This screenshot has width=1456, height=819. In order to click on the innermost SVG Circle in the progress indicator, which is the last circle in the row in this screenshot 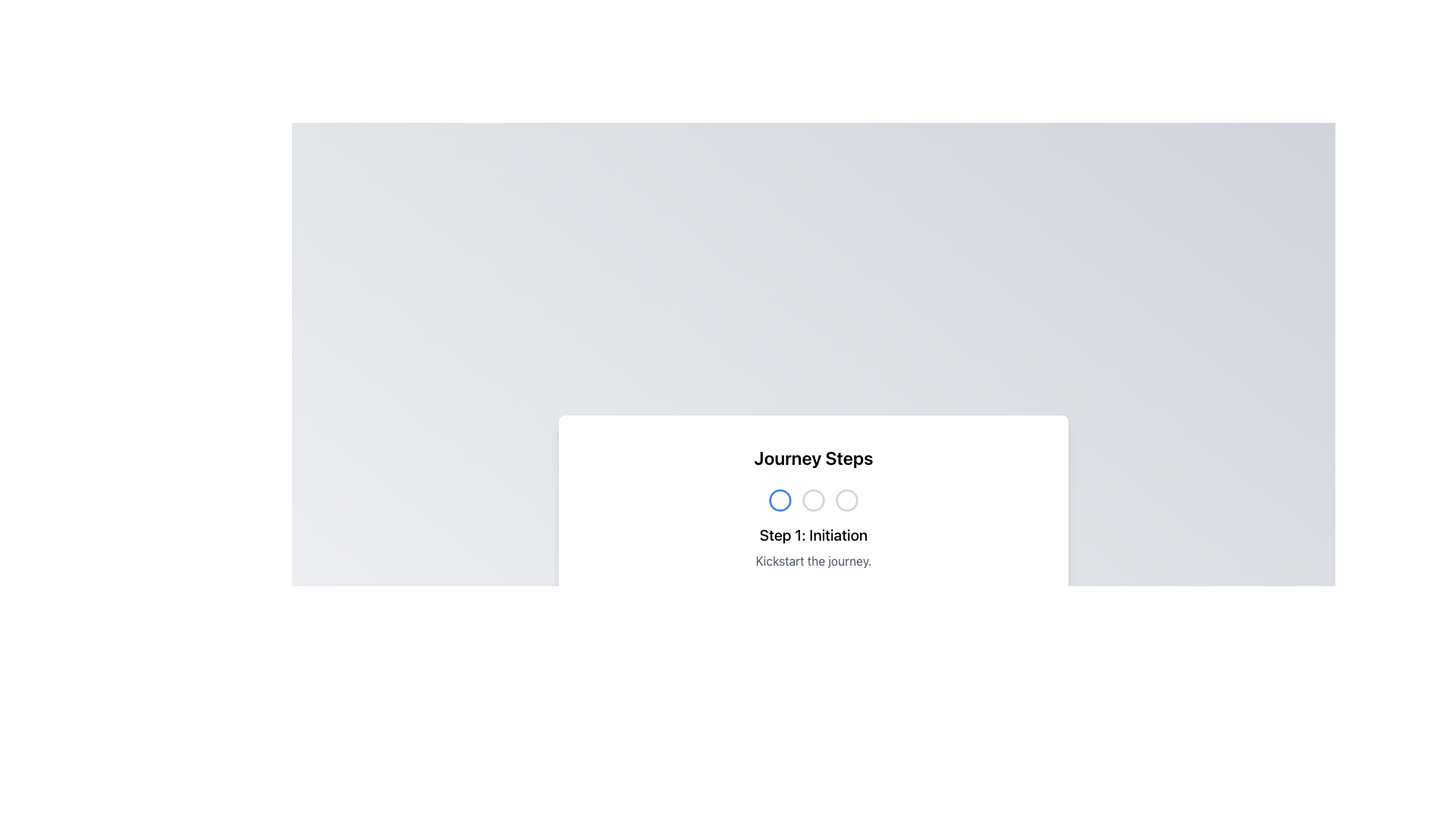, I will do `click(846, 500)`.